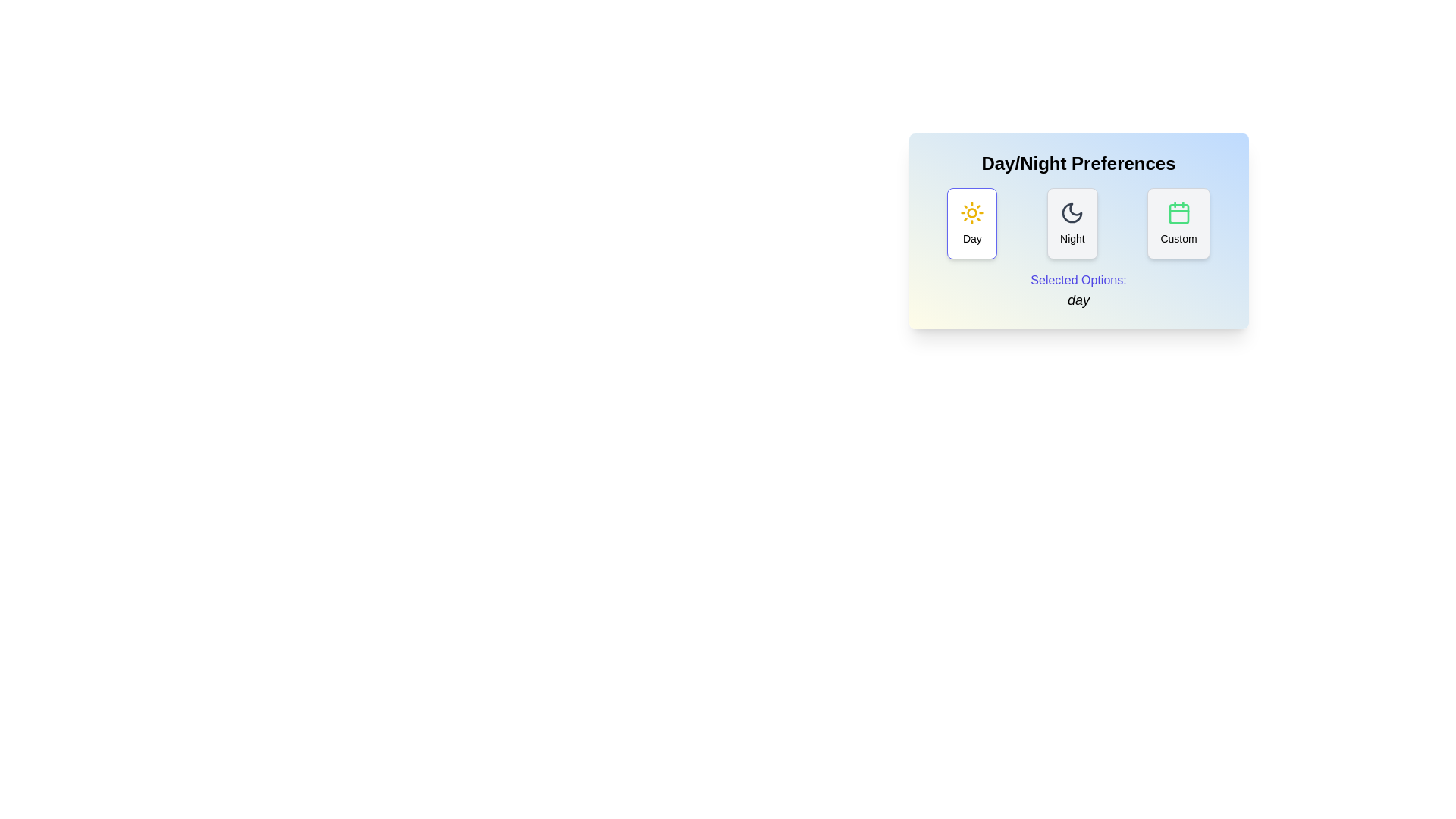  I want to click on the visual elements for the option Night to inspect its icon and label, so click(1072, 223).